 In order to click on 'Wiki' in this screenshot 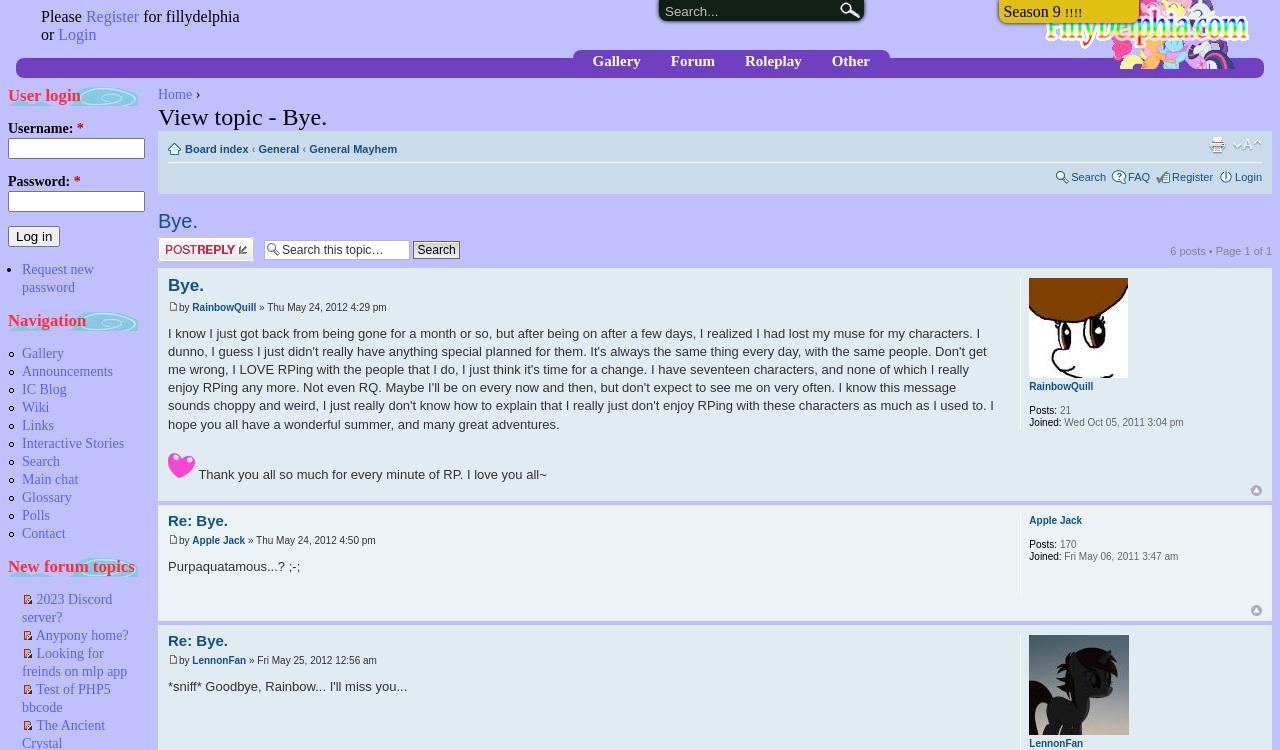, I will do `click(35, 407)`.